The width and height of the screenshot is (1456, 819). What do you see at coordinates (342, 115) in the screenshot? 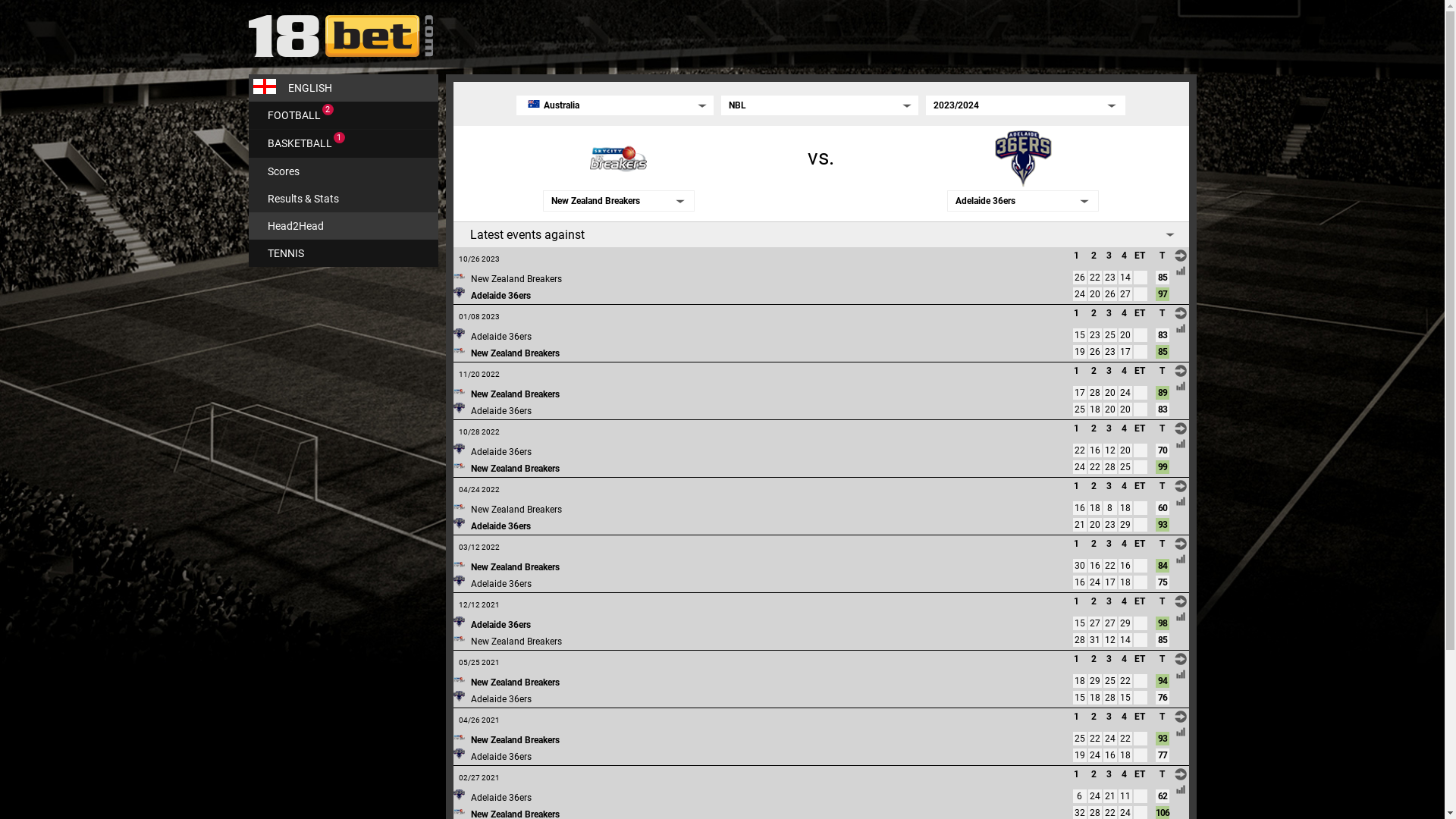
I see `'FOOTBALL` at bounding box center [342, 115].